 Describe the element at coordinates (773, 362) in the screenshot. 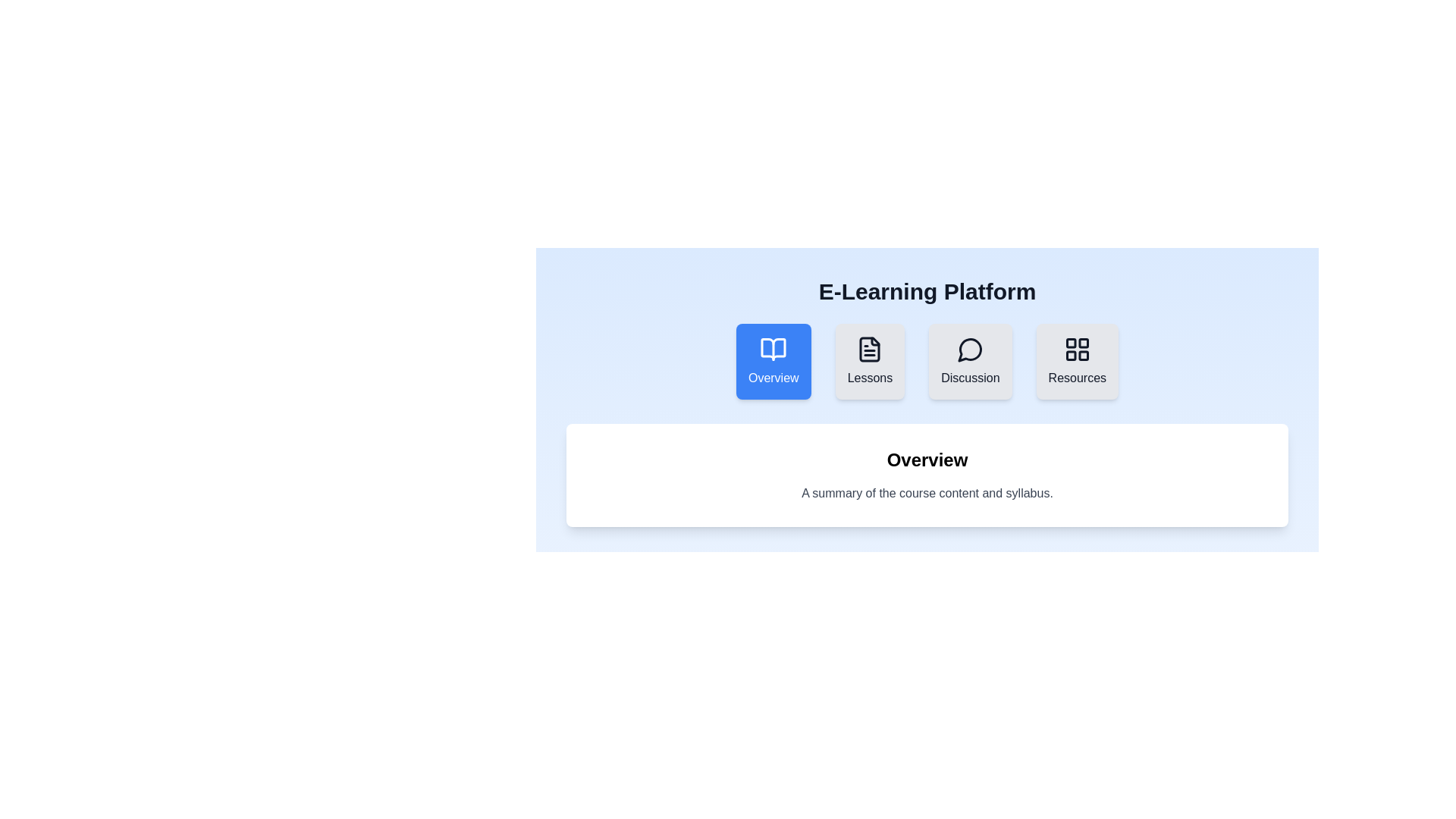

I see `the Overview tab to switch to its content` at that location.